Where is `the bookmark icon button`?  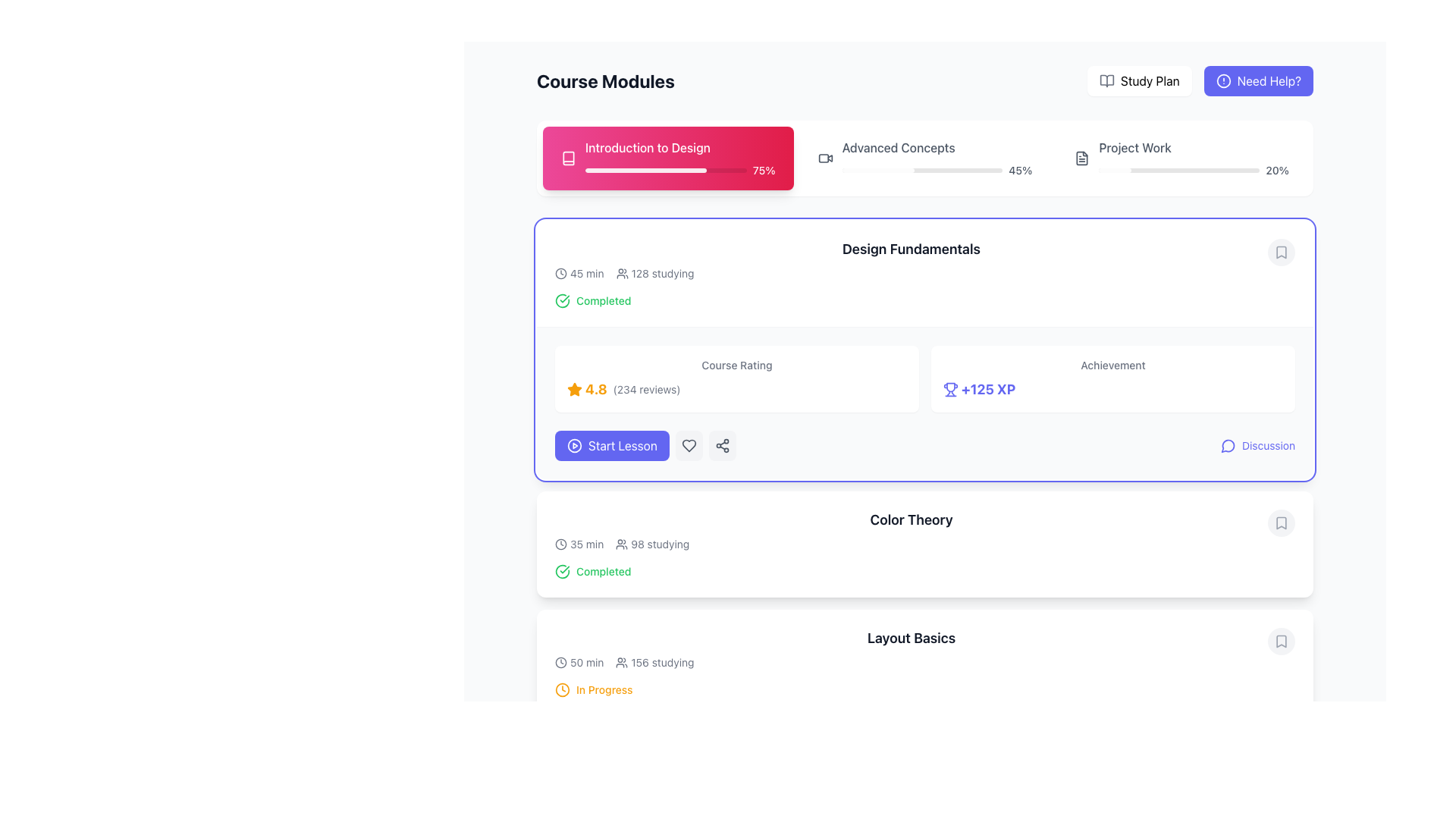
the bookmark icon button is located at coordinates (1280, 251).